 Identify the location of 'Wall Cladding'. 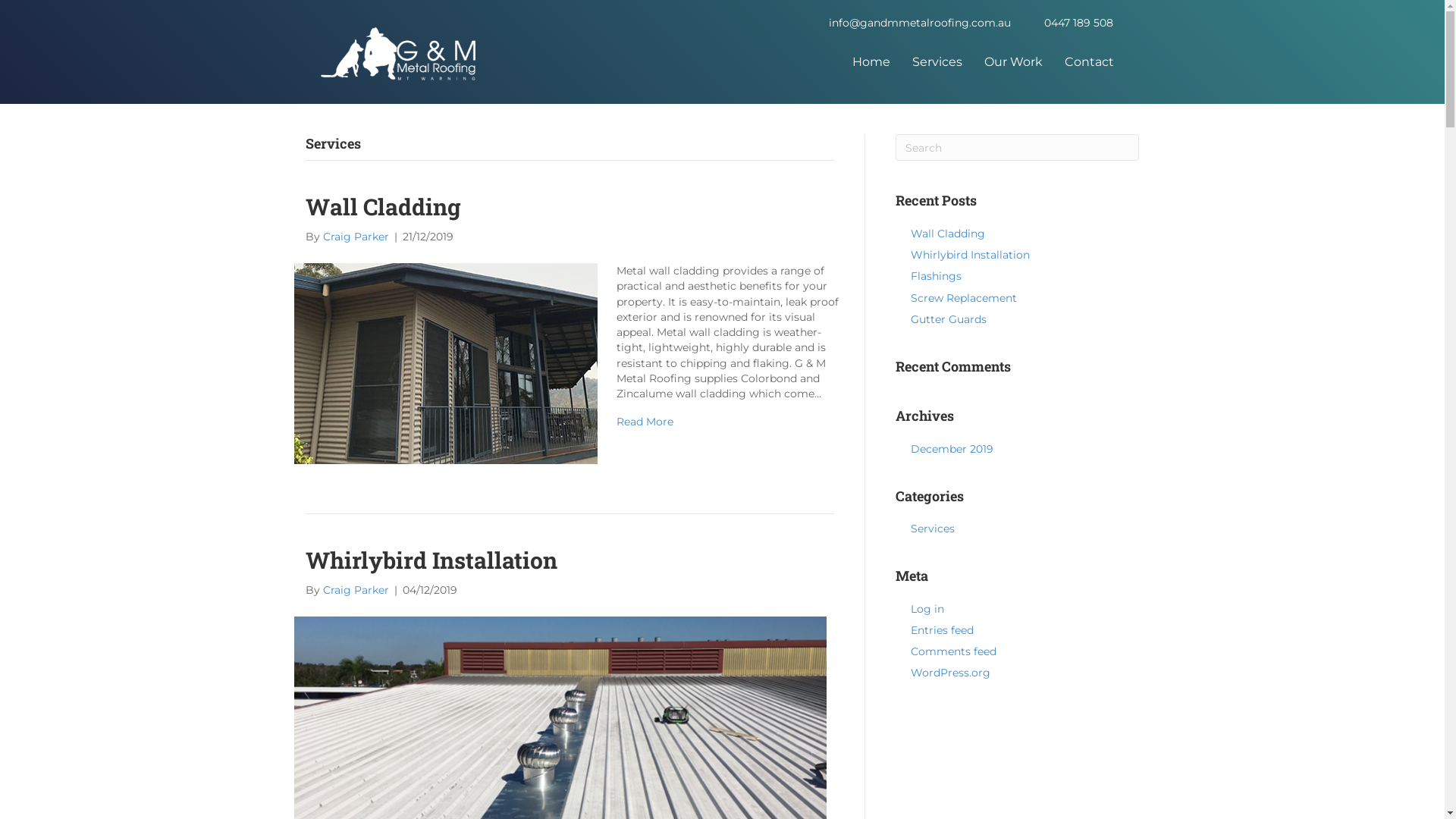
(445, 362).